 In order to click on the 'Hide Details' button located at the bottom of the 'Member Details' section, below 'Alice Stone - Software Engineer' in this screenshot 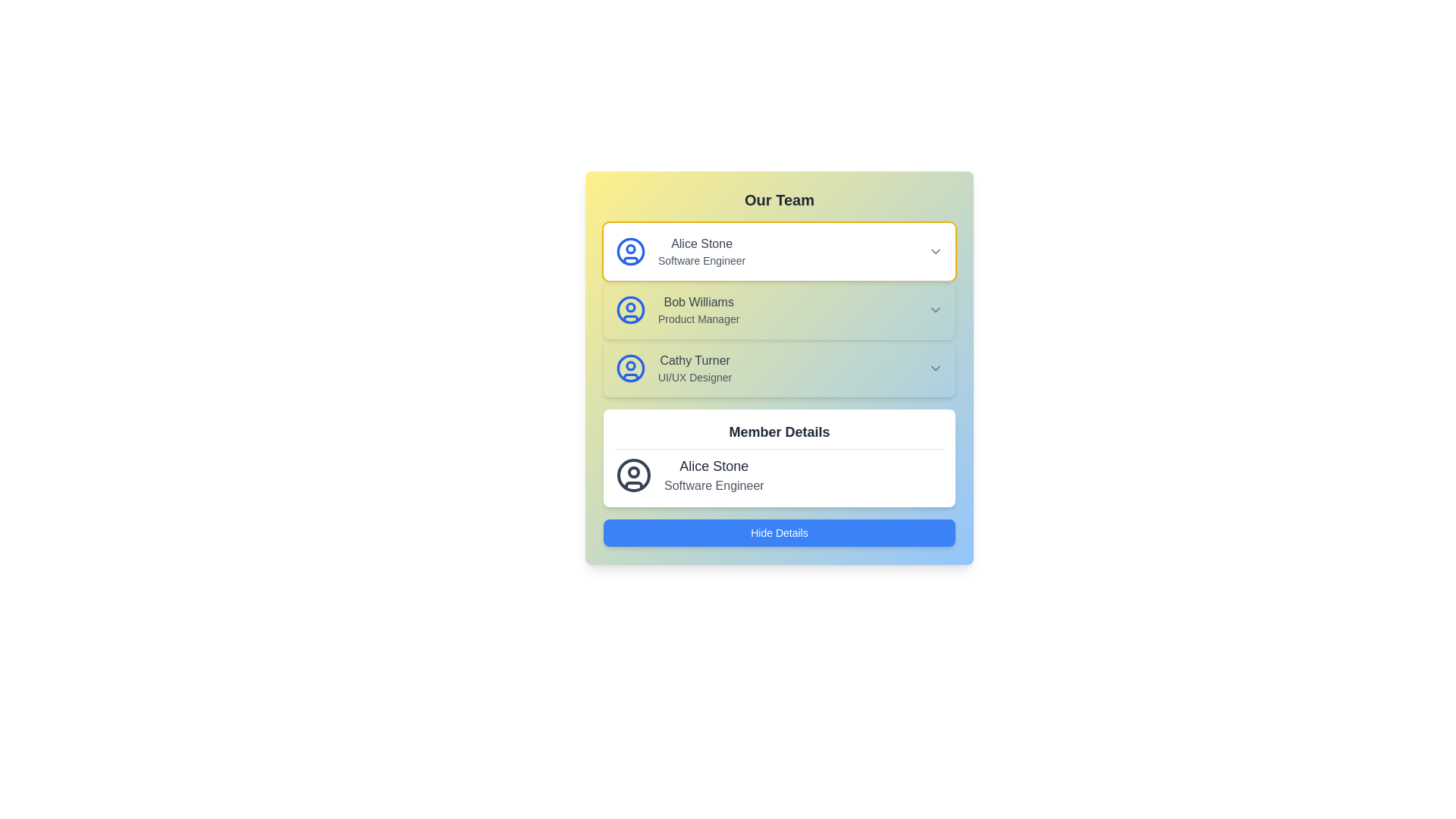, I will do `click(779, 532)`.